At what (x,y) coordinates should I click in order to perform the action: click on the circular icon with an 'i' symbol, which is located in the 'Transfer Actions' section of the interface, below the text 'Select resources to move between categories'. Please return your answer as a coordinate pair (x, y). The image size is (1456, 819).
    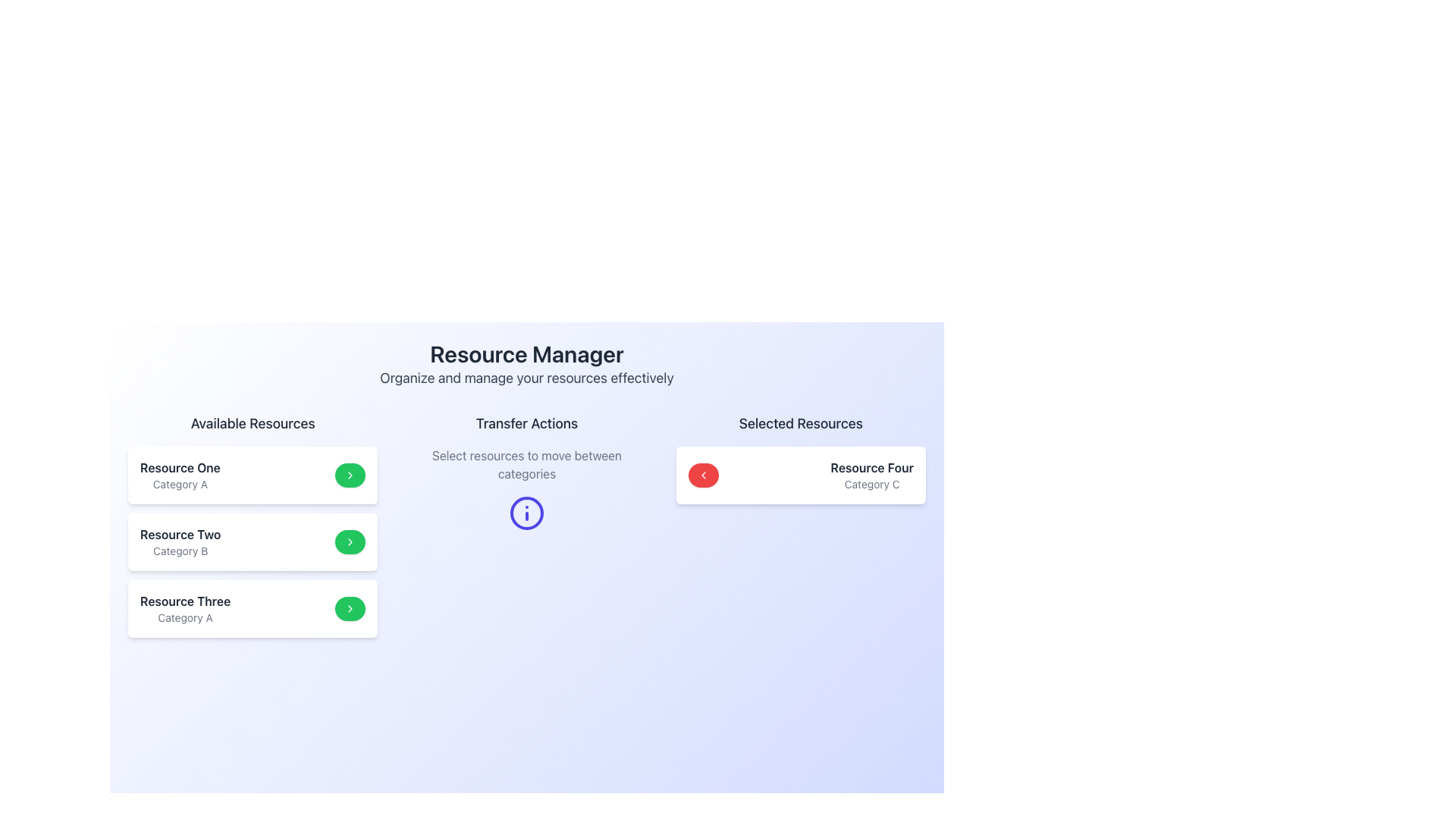
    Looking at the image, I should click on (527, 513).